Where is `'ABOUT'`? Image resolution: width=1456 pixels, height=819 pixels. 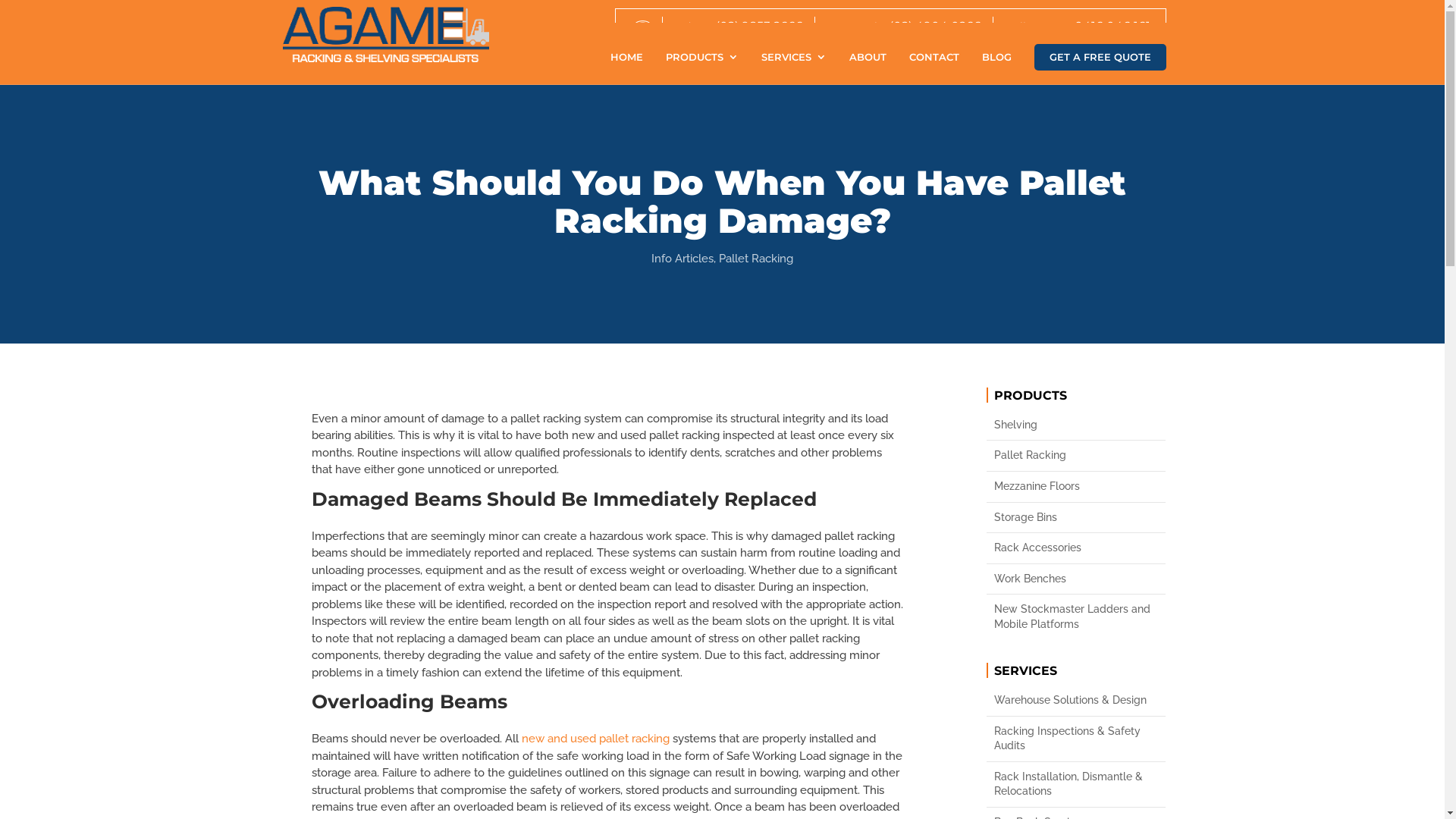 'ABOUT' is located at coordinates (868, 67).